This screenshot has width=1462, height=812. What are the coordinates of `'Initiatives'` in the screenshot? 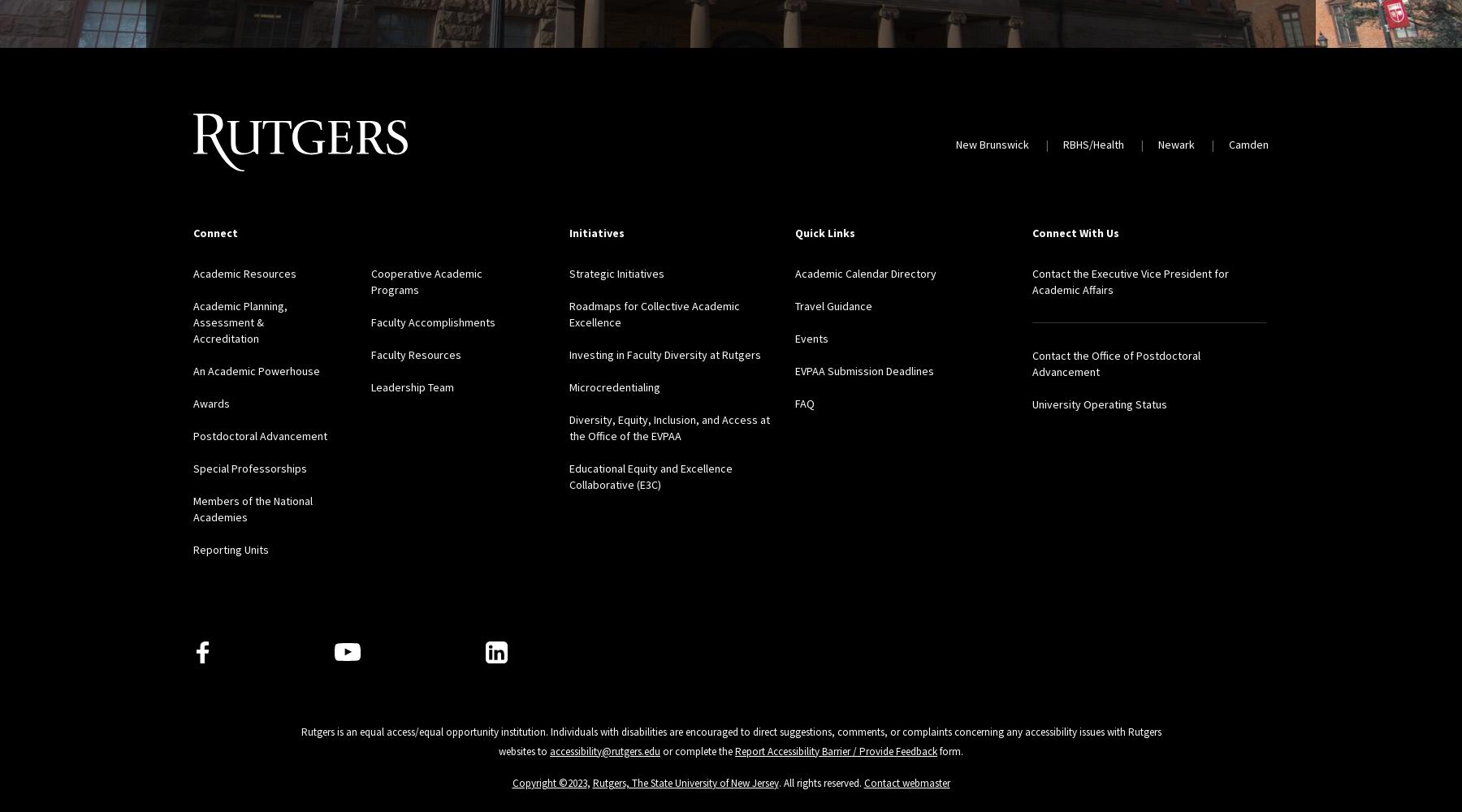 It's located at (595, 233).